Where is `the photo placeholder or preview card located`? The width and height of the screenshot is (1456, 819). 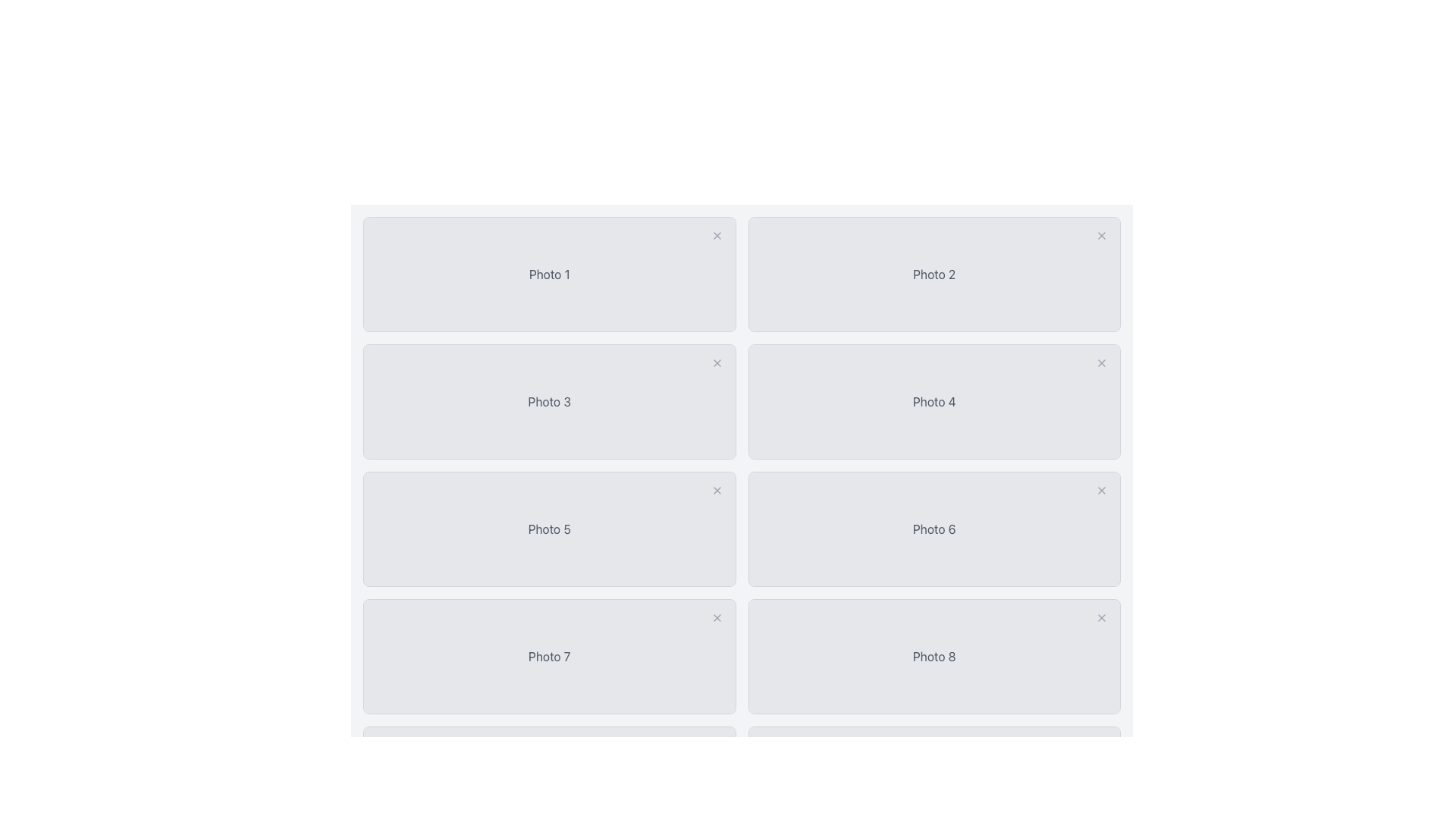 the photo placeholder or preview card located is located at coordinates (548, 400).